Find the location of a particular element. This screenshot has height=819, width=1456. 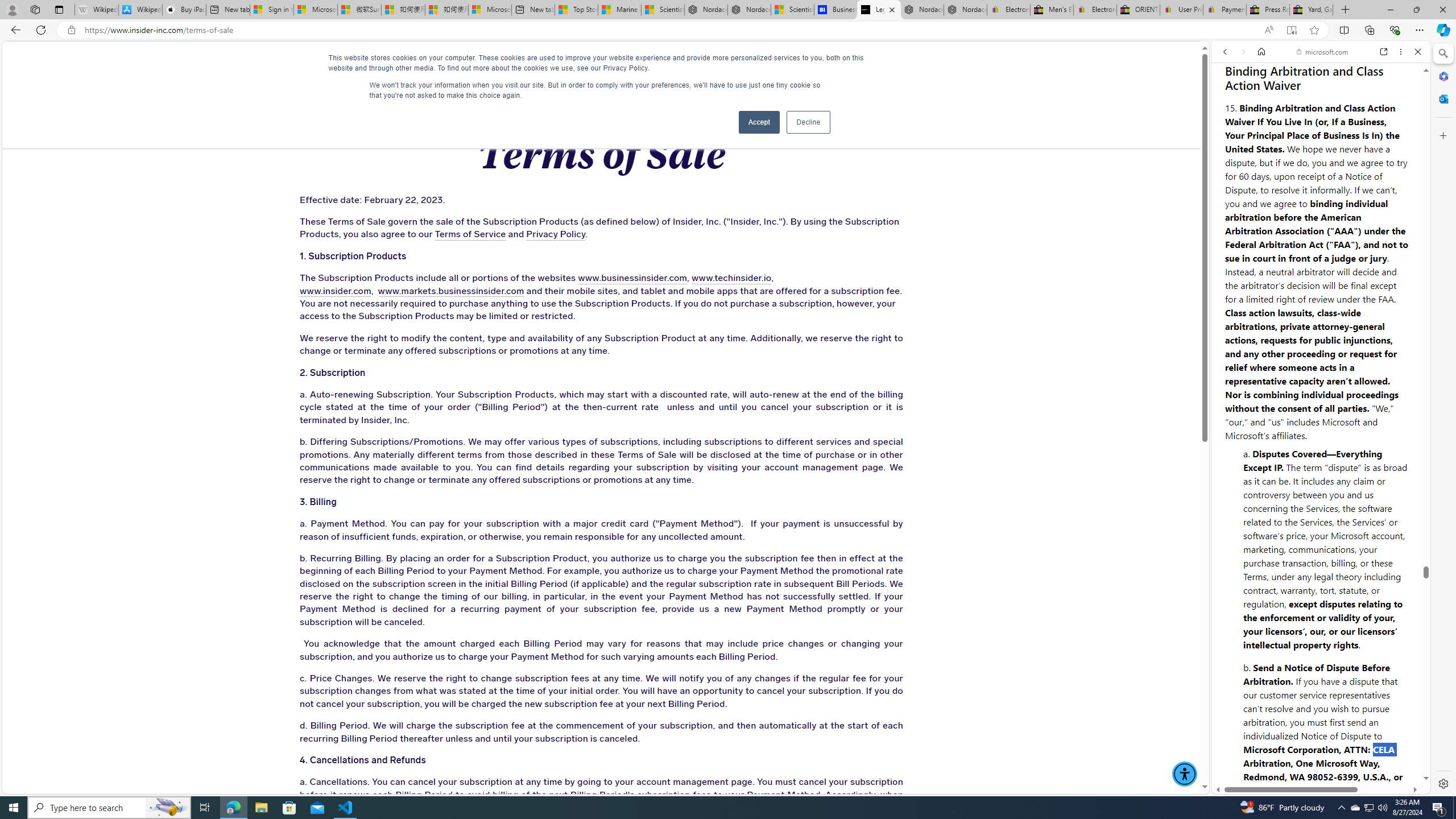

'Privacy Policy' is located at coordinates (555, 234).